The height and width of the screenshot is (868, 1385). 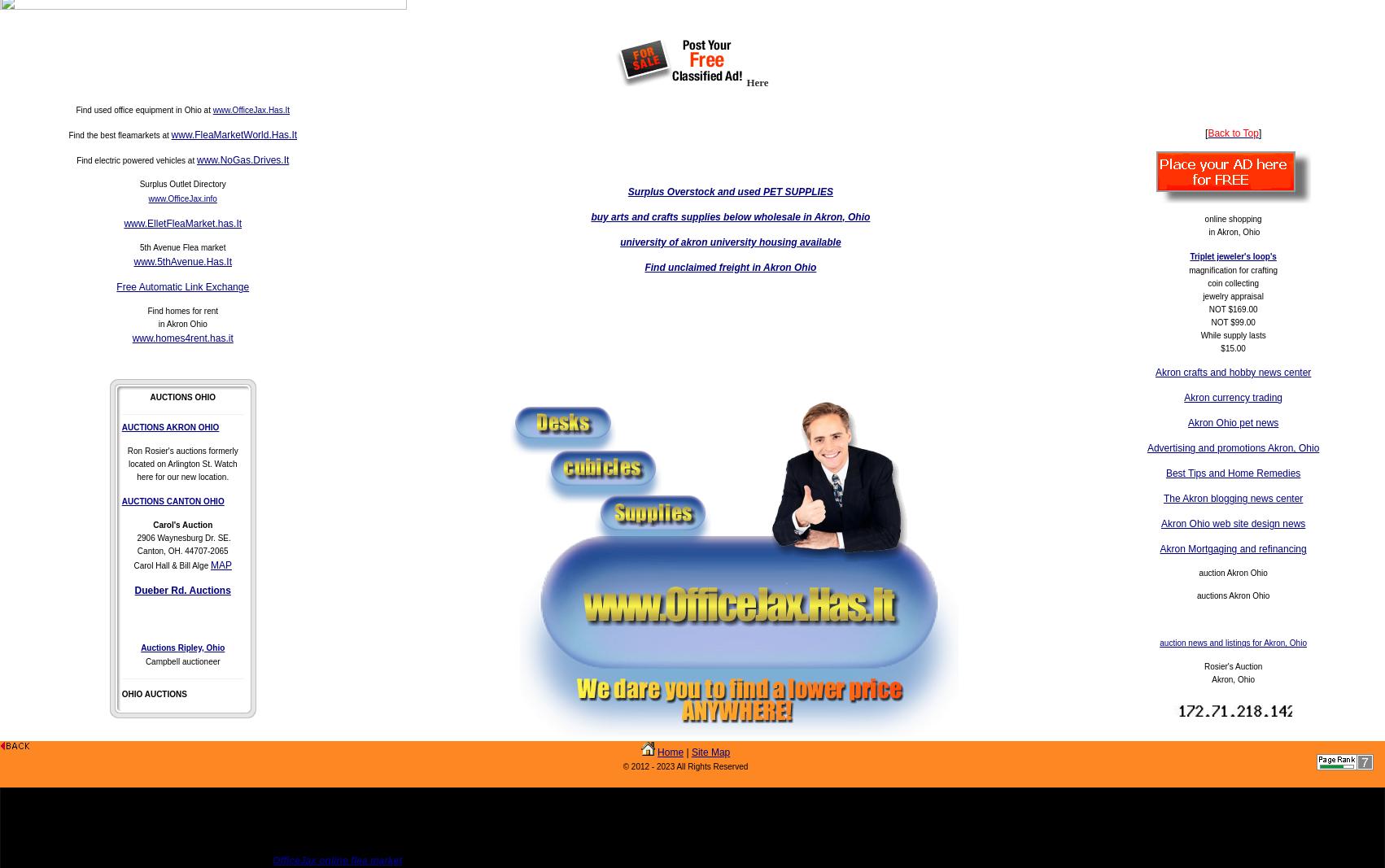 What do you see at coordinates (1233, 283) in the screenshot?
I see `'coin collecting'` at bounding box center [1233, 283].